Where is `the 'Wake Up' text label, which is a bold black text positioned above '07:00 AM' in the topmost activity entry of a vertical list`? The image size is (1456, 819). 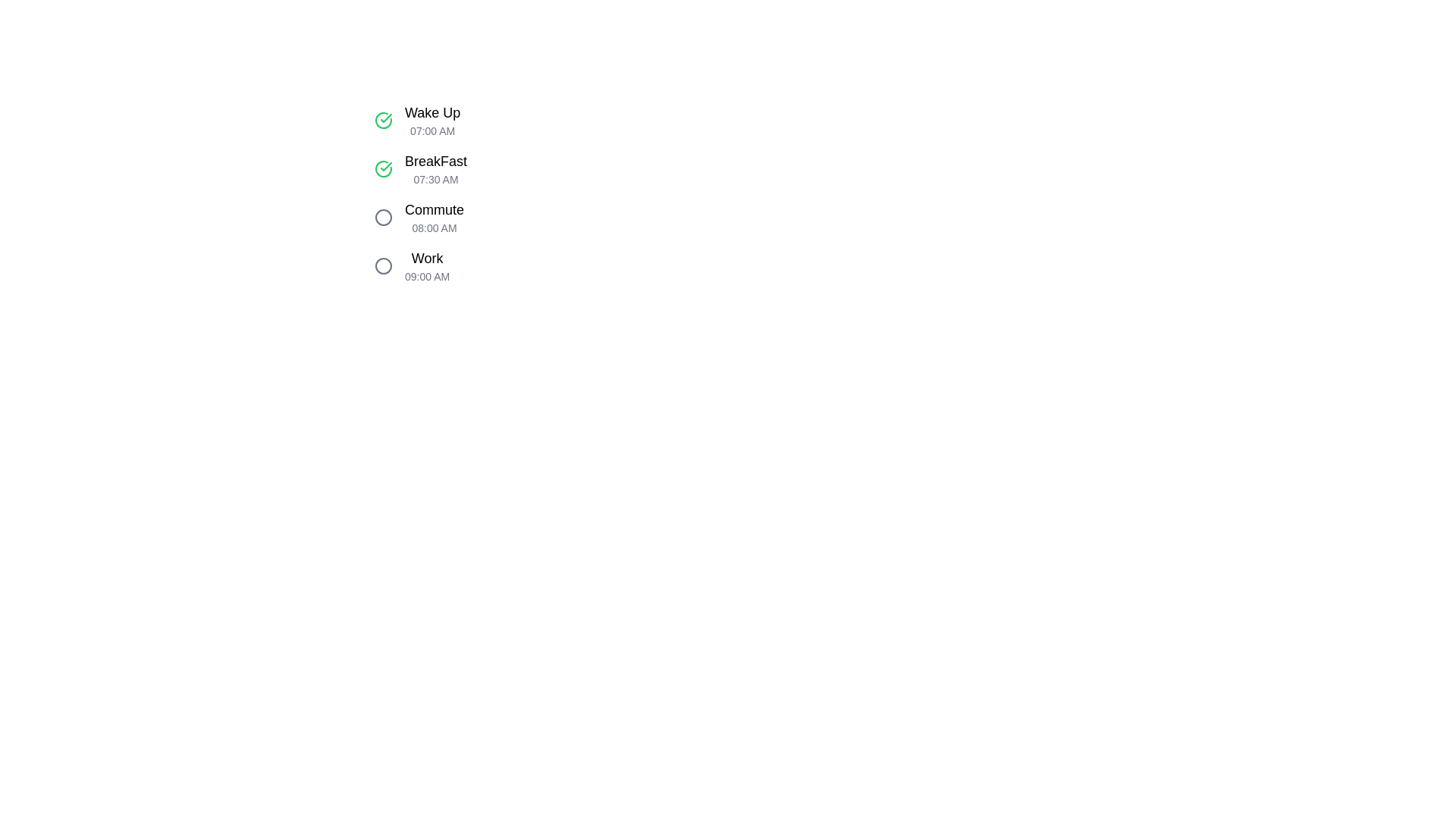
the 'Wake Up' text label, which is a bold black text positioned above '07:00 AM' in the topmost activity entry of a vertical list is located at coordinates (431, 112).